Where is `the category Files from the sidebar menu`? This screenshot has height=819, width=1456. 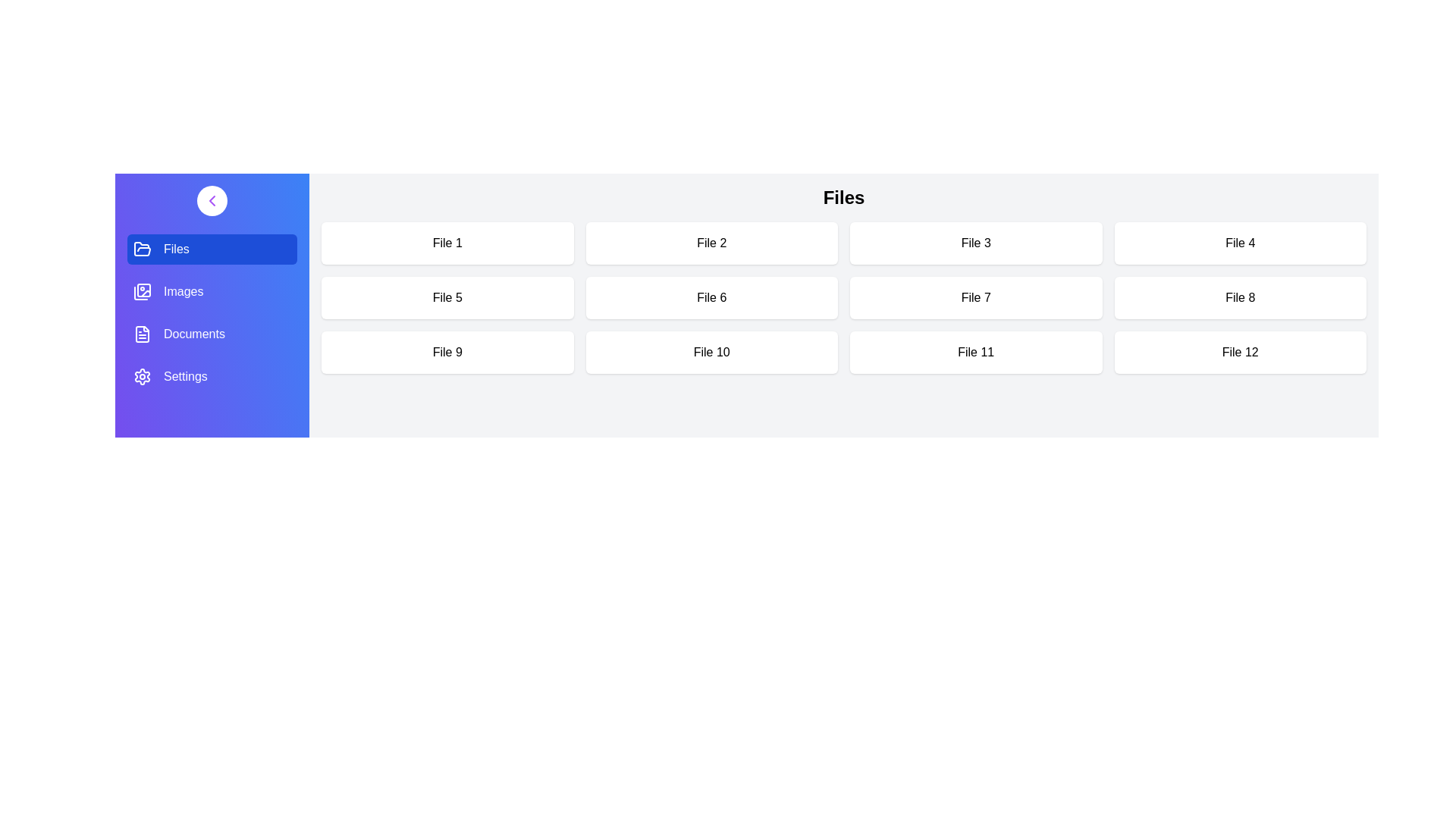 the category Files from the sidebar menu is located at coordinates (211, 248).